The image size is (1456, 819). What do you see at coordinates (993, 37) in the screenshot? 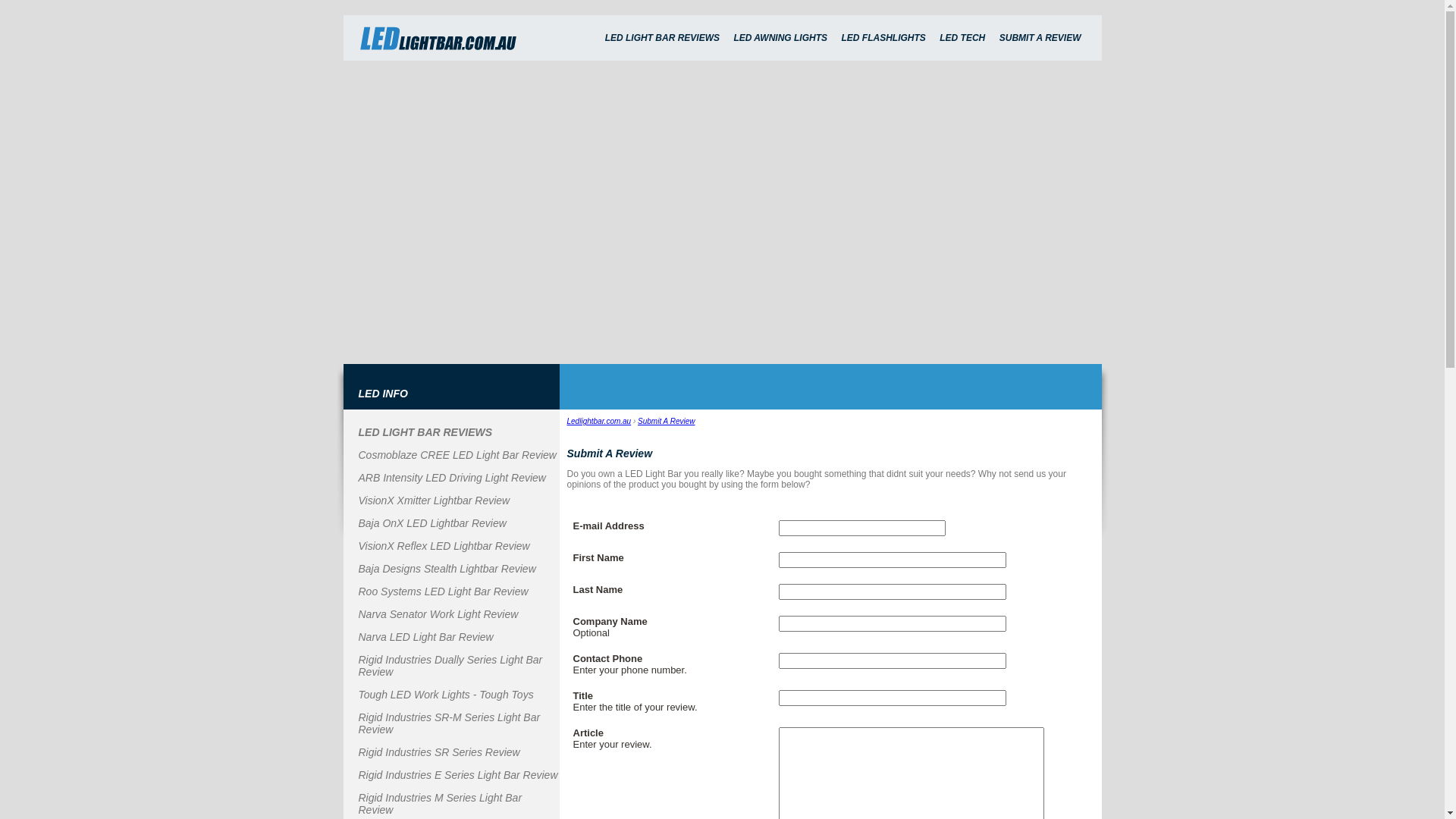
I see `'SUBMIT A REVIEW'` at bounding box center [993, 37].